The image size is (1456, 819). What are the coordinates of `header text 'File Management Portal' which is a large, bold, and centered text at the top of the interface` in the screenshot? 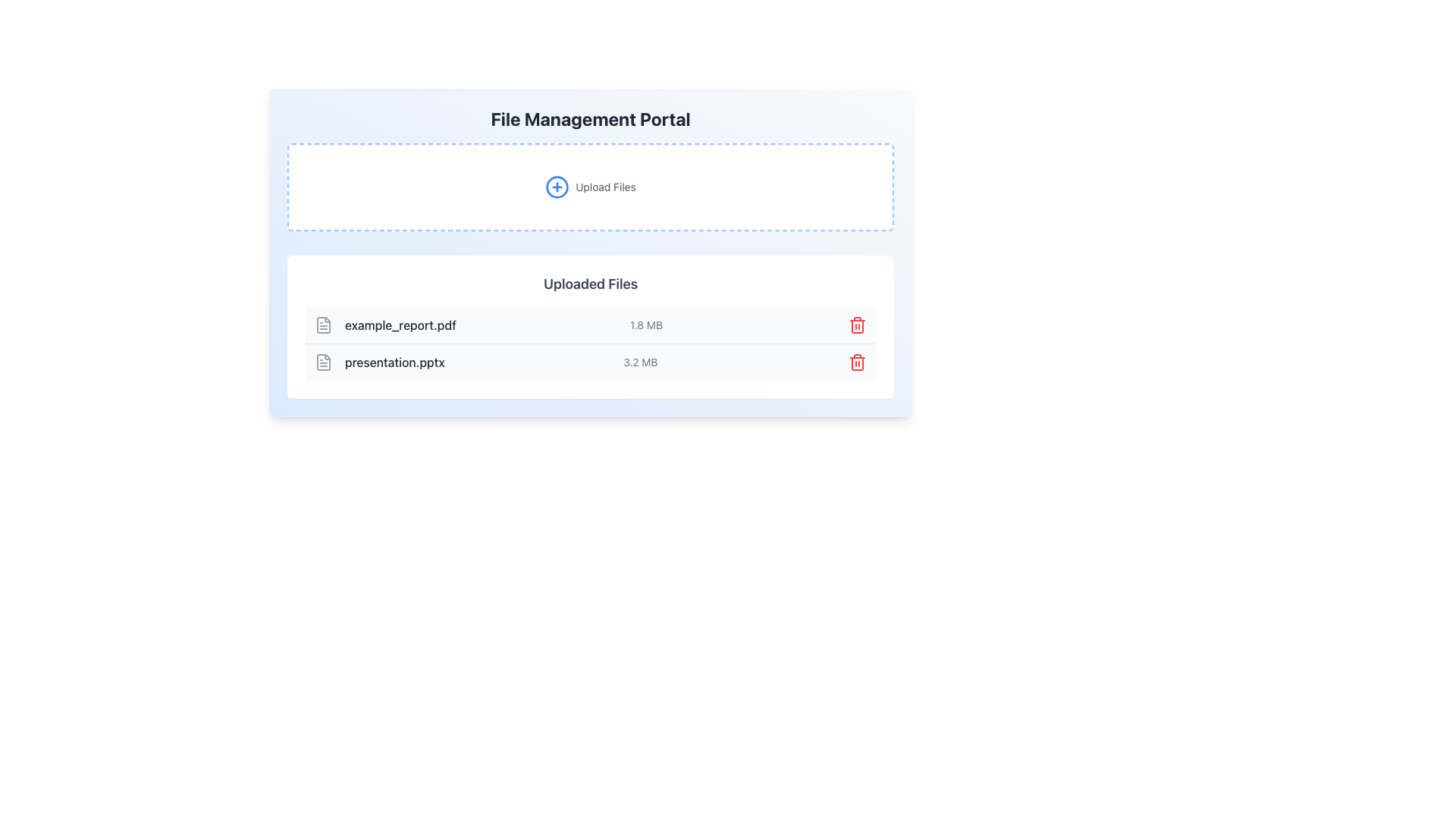 It's located at (589, 118).